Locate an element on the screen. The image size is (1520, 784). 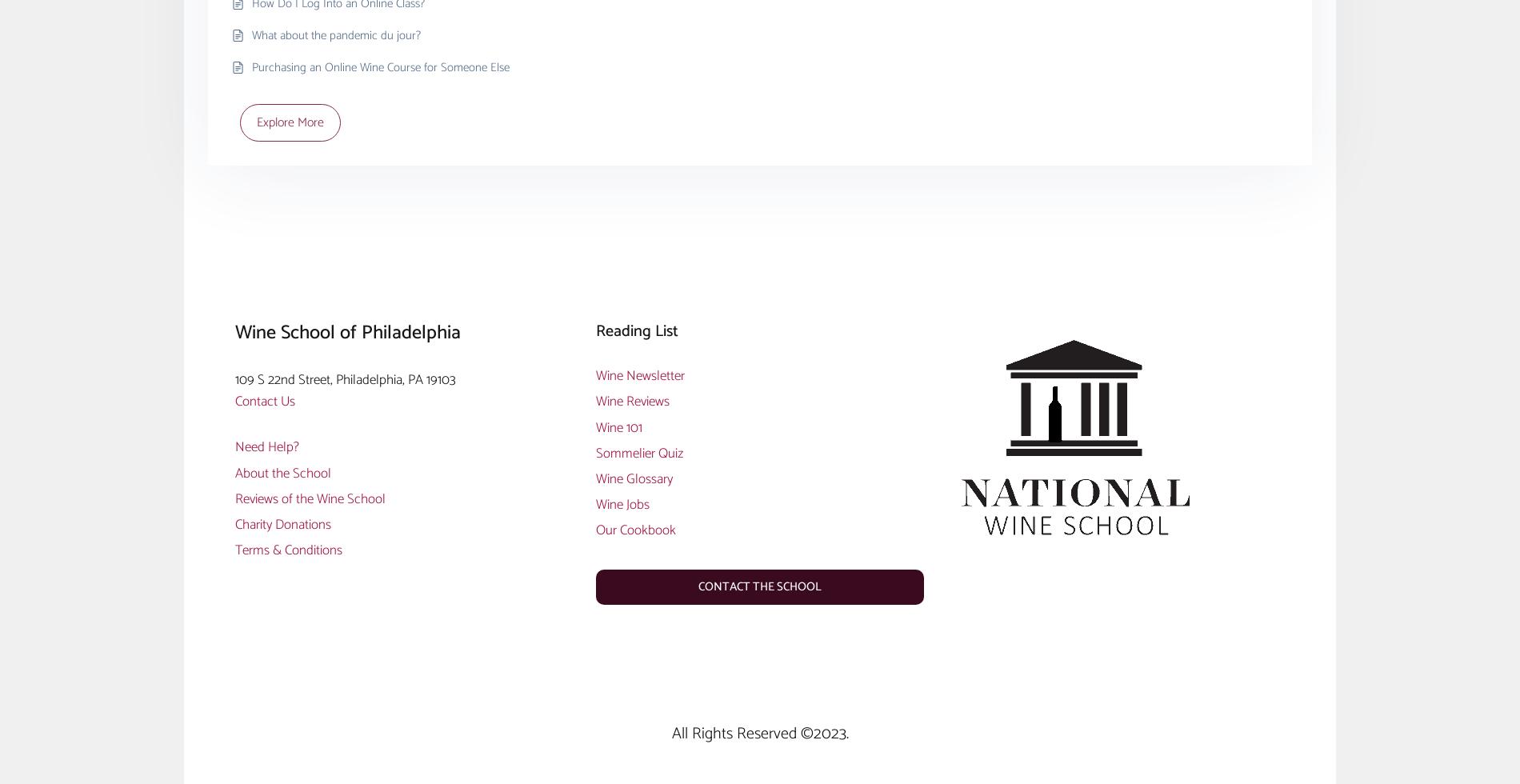
'Wine School of Philadelphia' is located at coordinates (234, 333).